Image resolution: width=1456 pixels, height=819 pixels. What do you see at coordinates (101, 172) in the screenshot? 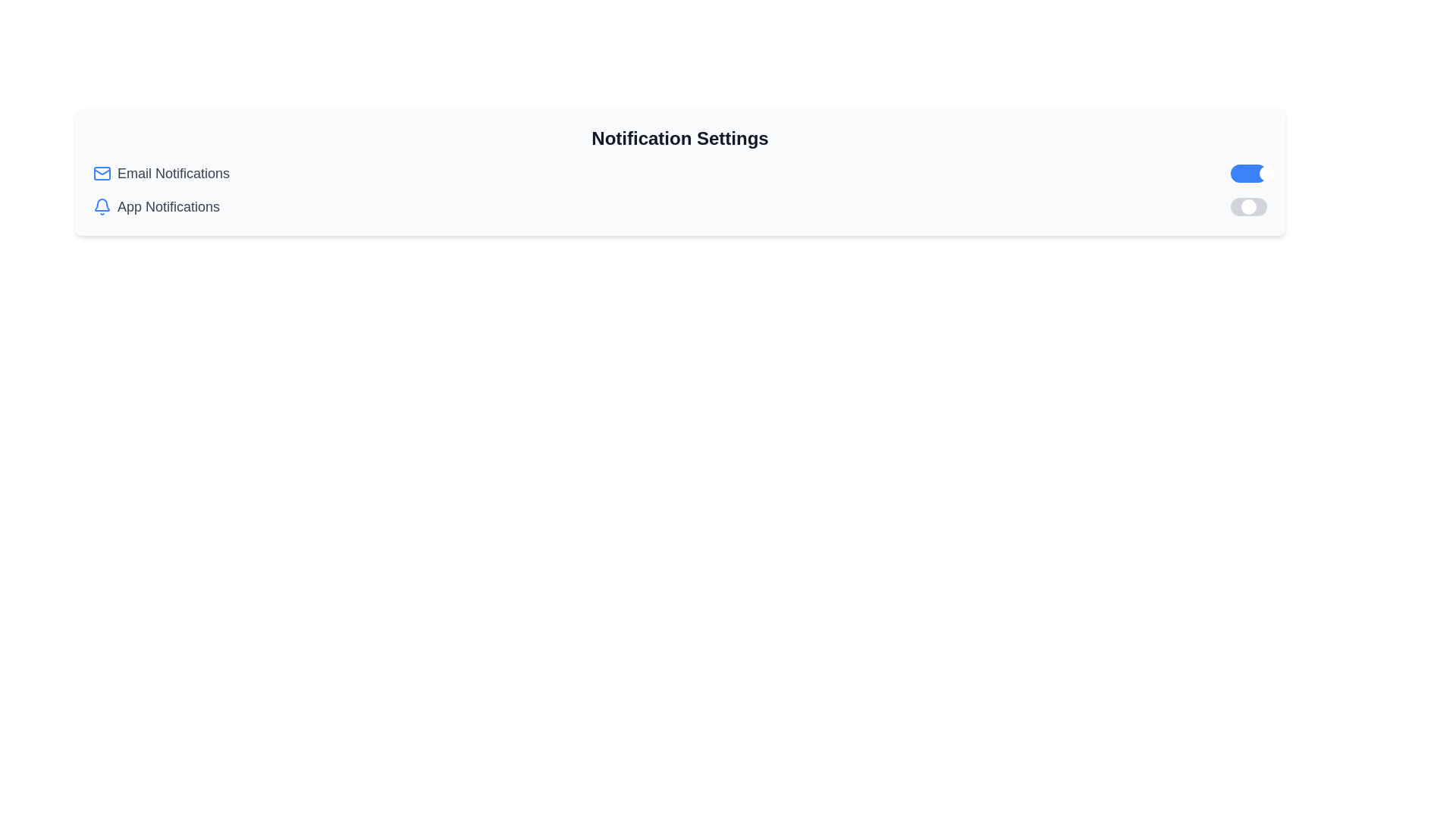
I see `the email notification icon, which is a rectangular shape with smooth, rounded corners and a blue outline, located next to the label 'Email Notifications' in the 'Notification Settings' section` at bounding box center [101, 172].